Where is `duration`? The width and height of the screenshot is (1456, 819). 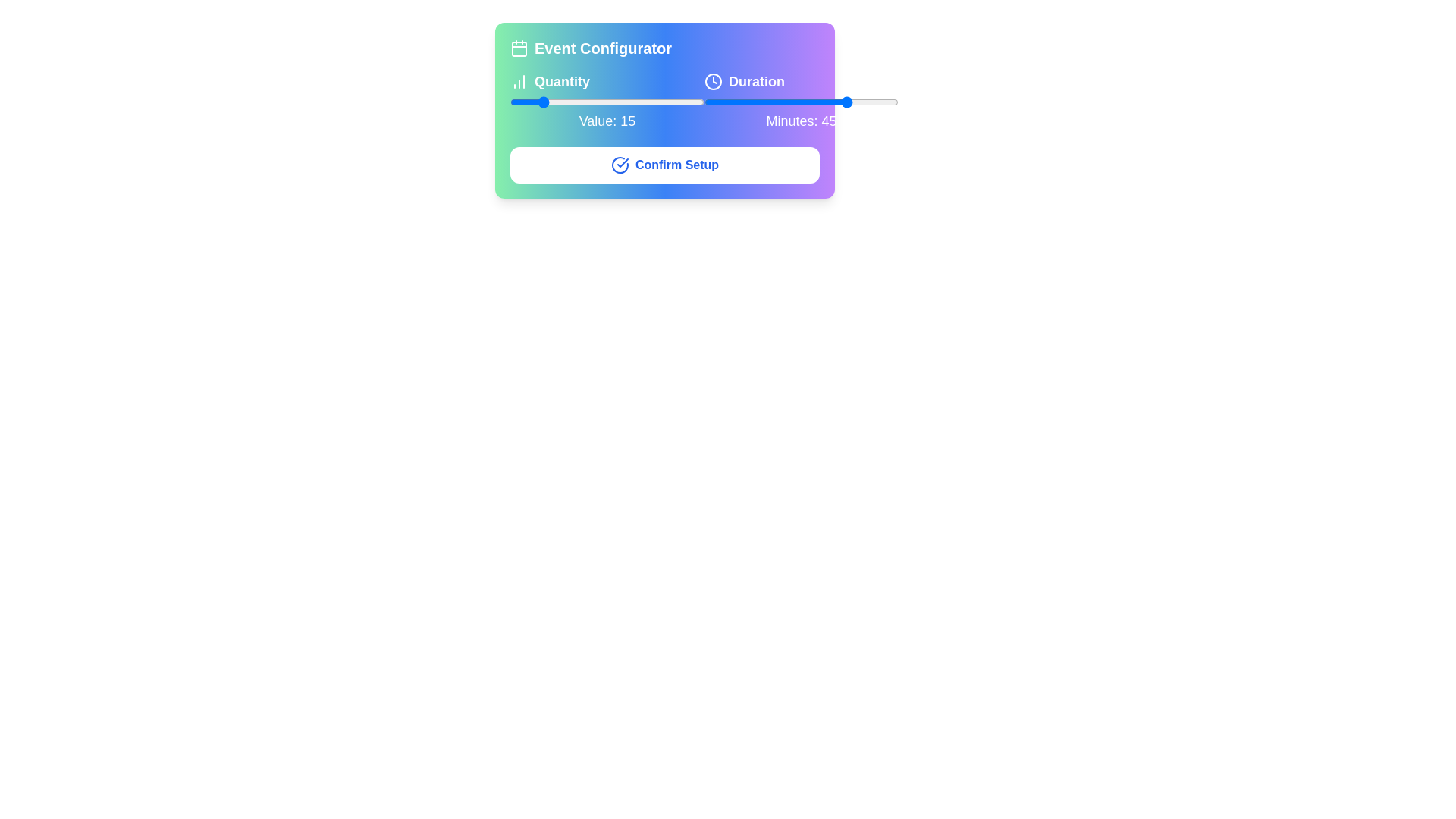 duration is located at coordinates (862, 102).